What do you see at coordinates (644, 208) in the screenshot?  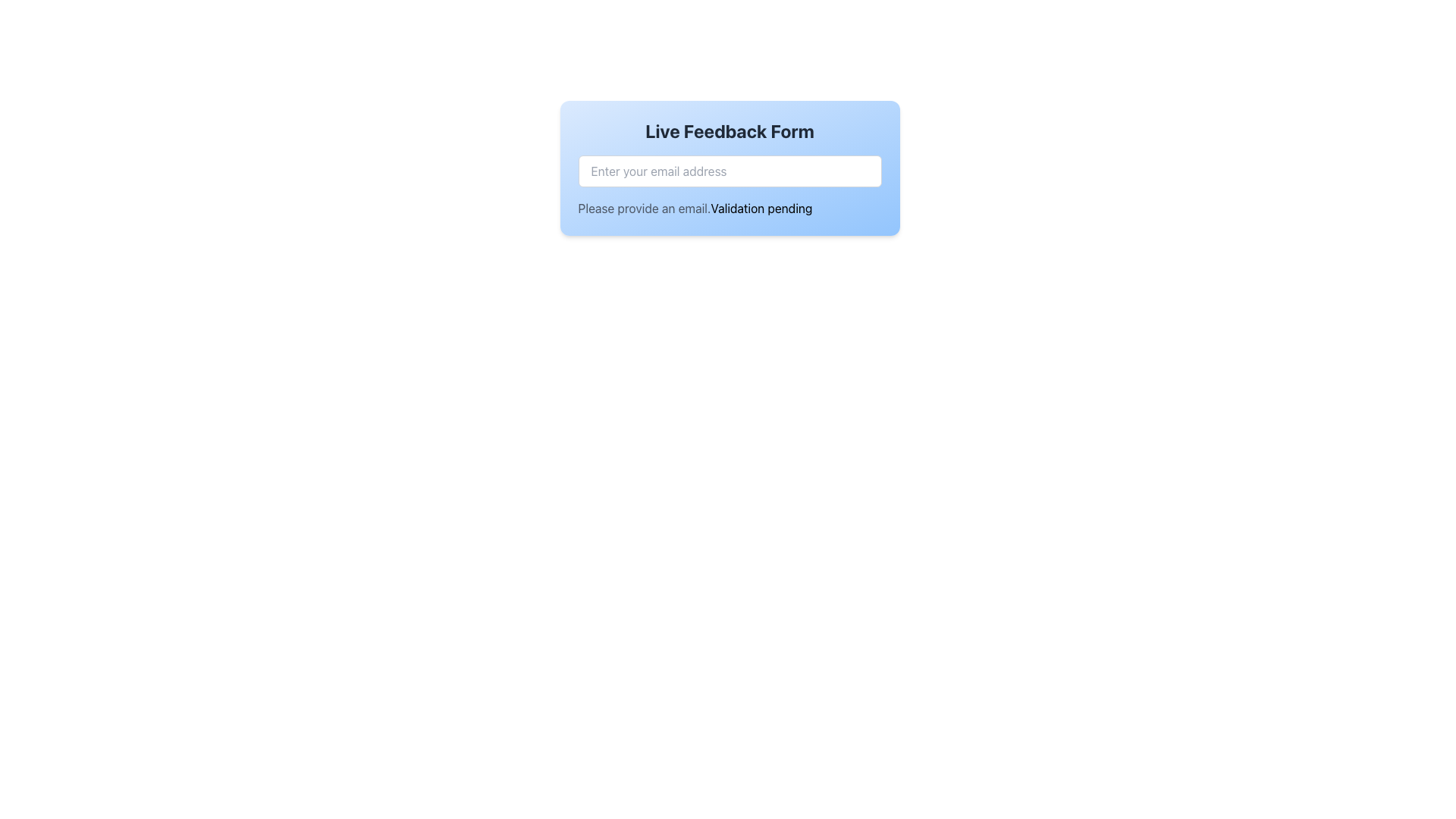 I see `the text element displaying 'Please provide an email.' in gray, which is part of the feedback form interface` at bounding box center [644, 208].